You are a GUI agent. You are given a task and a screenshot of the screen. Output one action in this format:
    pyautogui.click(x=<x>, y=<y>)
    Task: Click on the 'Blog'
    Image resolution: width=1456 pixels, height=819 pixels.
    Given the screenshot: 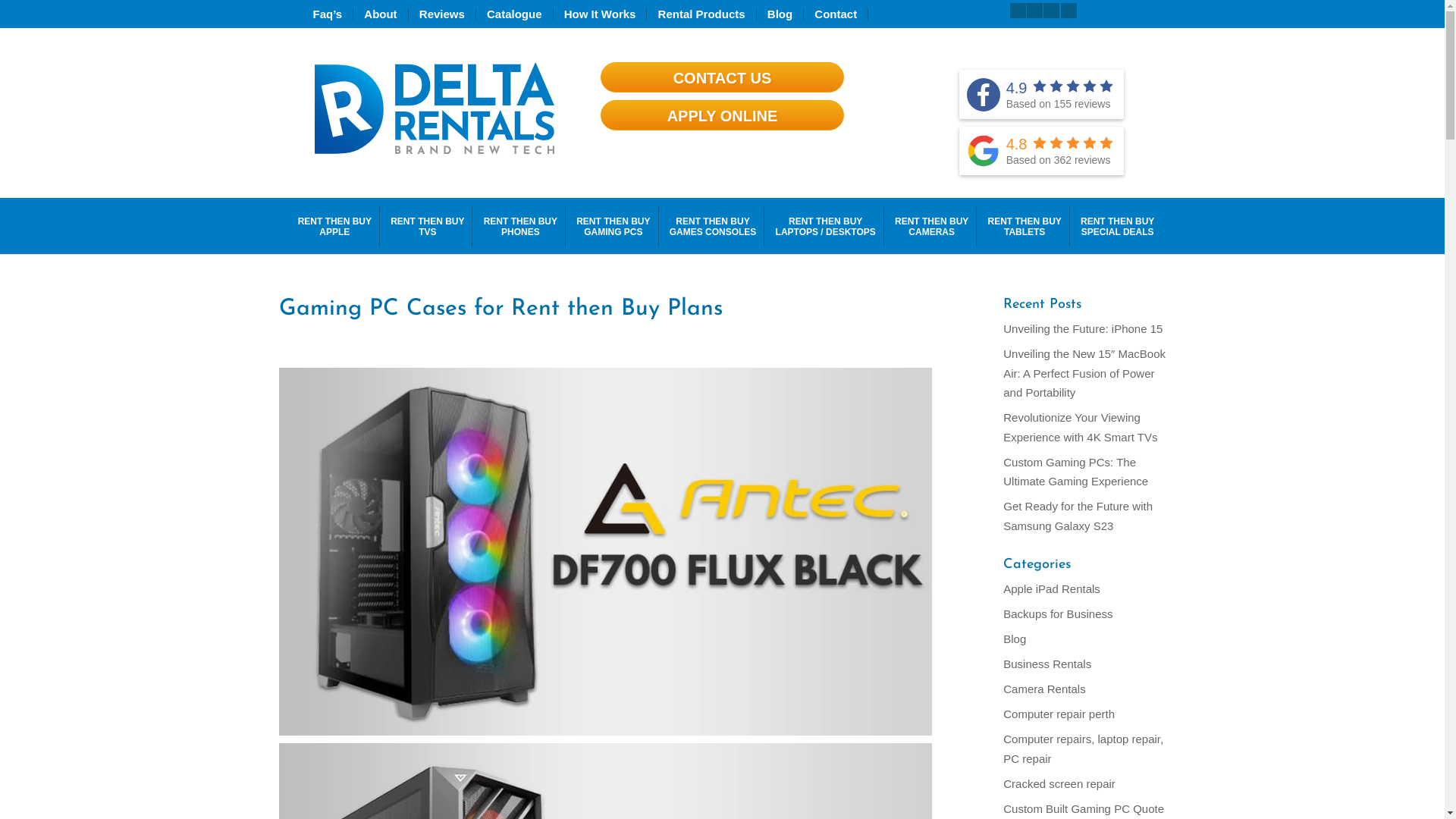 What is the action you would take?
    pyautogui.click(x=786, y=14)
    